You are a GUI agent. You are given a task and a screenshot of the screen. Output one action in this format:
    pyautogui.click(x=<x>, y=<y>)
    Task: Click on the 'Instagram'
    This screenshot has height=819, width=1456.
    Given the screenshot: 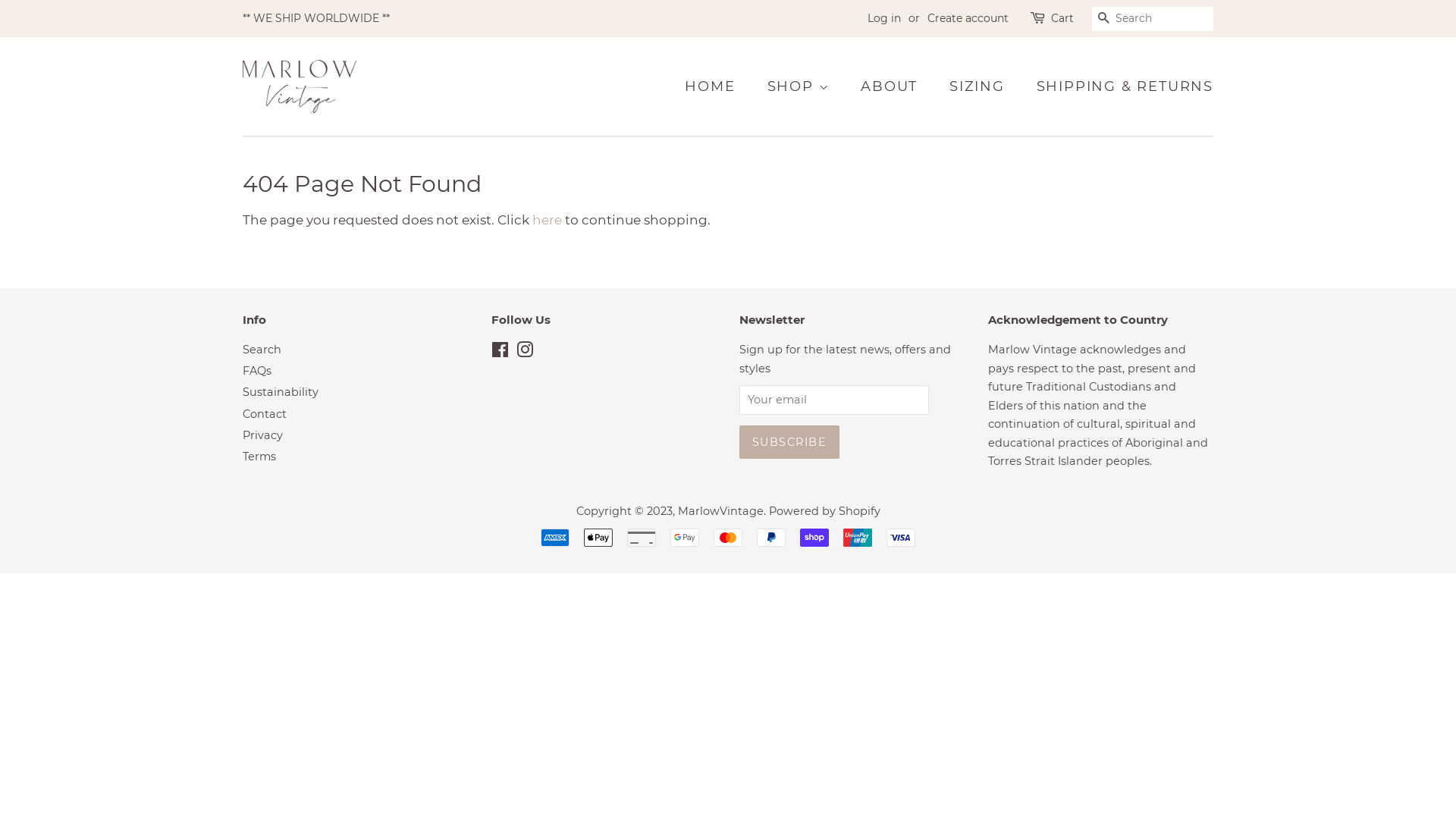 What is the action you would take?
    pyautogui.click(x=516, y=353)
    